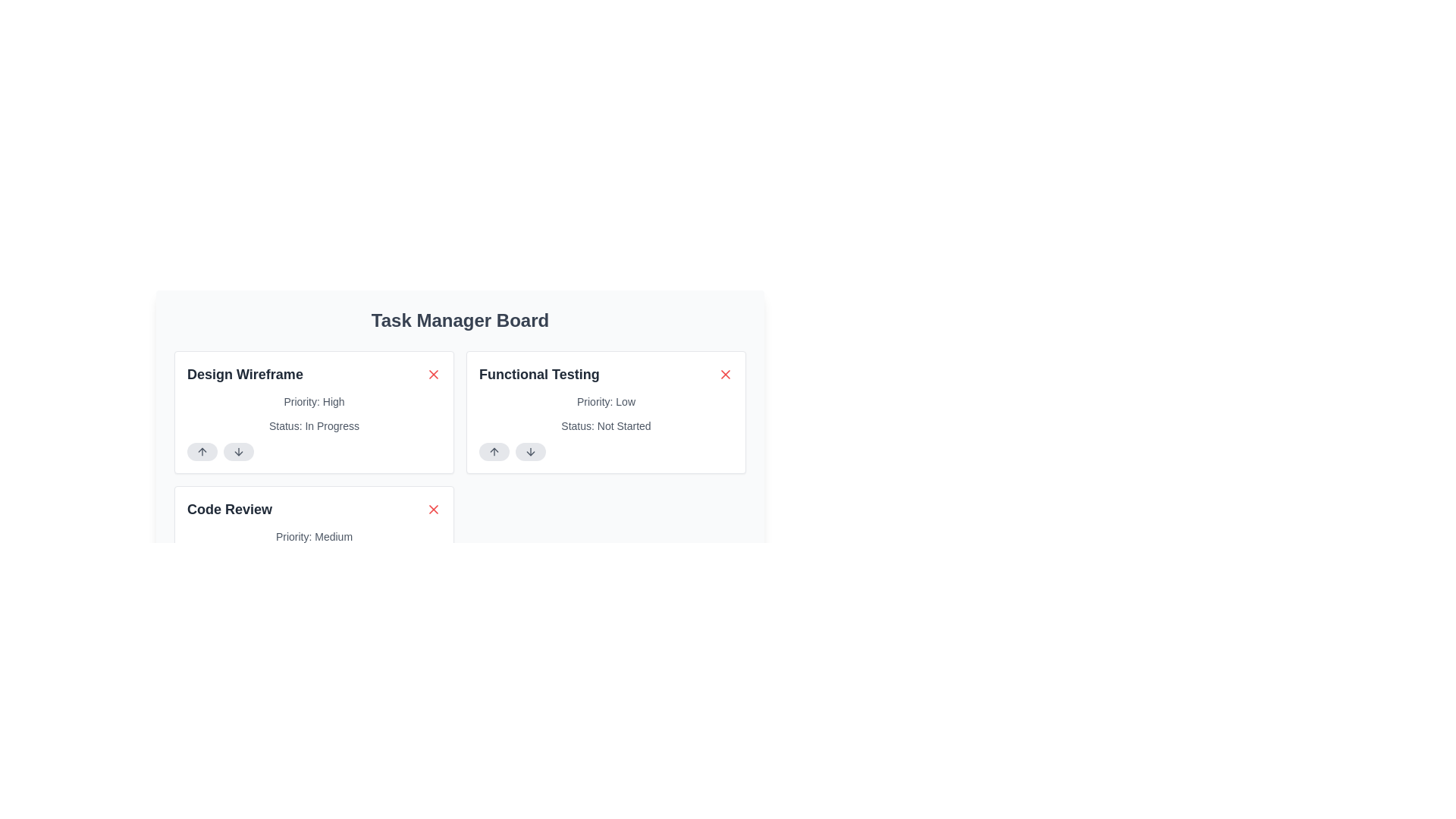 The width and height of the screenshot is (1456, 819). Describe the element at coordinates (605, 426) in the screenshot. I see `the 'Status: Not Started' text label located within the 'Functional Testing' task card in the 'Task Manager Board' interface` at that location.